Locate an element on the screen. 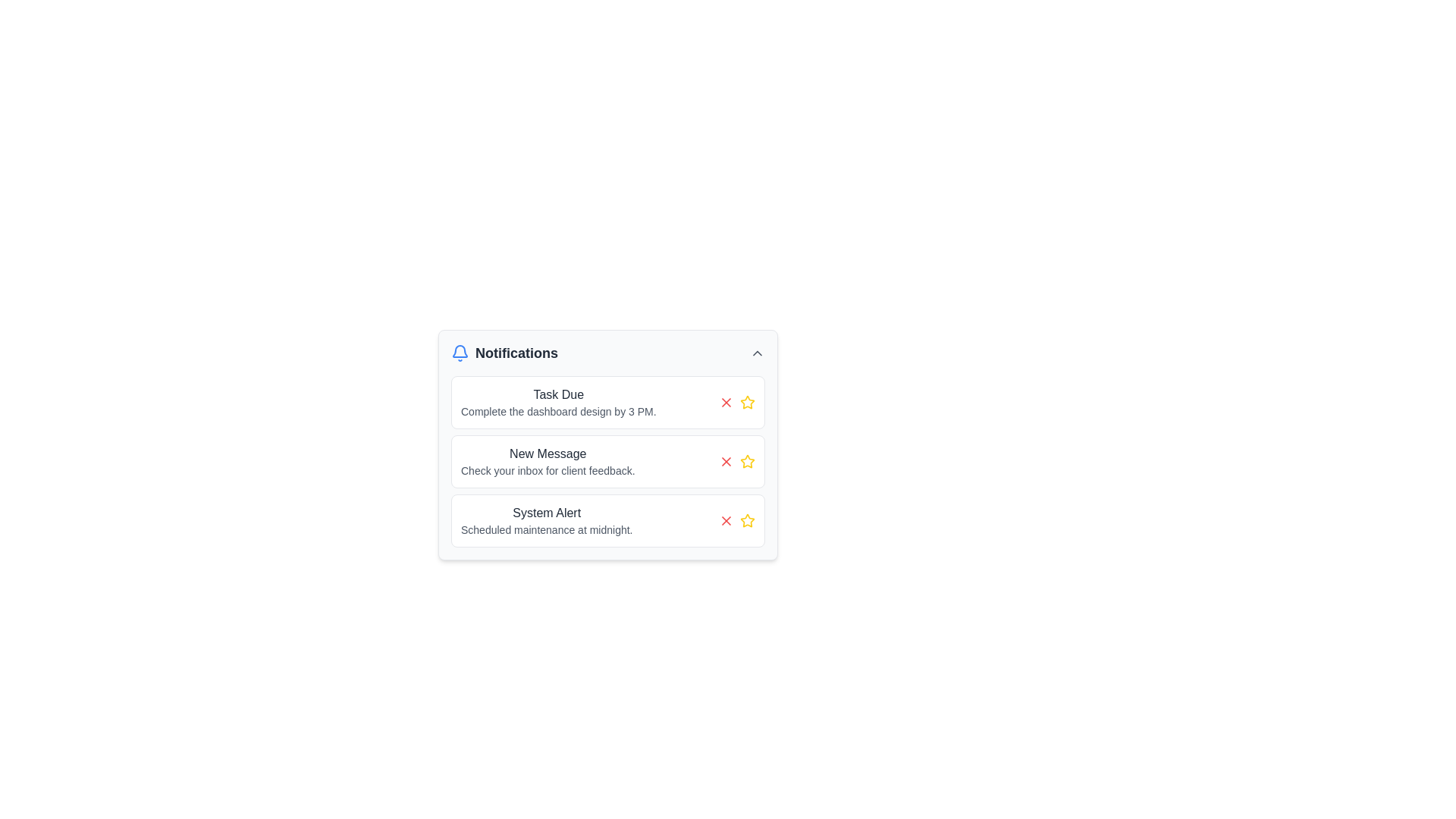  the 'Notifications' text label element, which is styled in bold dark gray and positioned next to a bell icon in the notification panel interface is located at coordinates (504, 353).